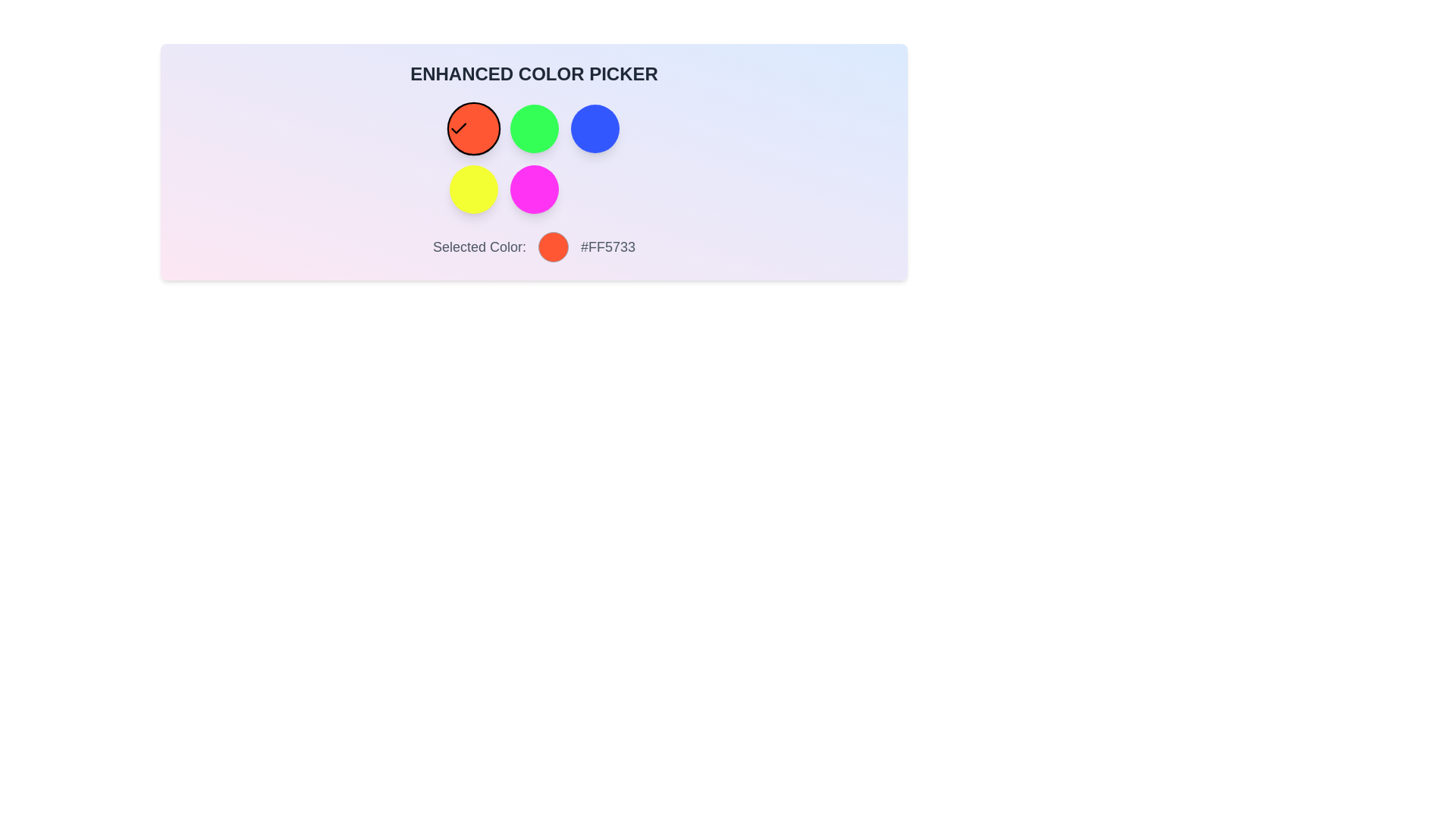 The width and height of the screenshot is (1456, 819). Describe the element at coordinates (534, 246) in the screenshot. I see `the currently selected color displayed in the informational component located at the bottom center of the interface, which shows the label, visual representation, and hexadecimal code` at that location.